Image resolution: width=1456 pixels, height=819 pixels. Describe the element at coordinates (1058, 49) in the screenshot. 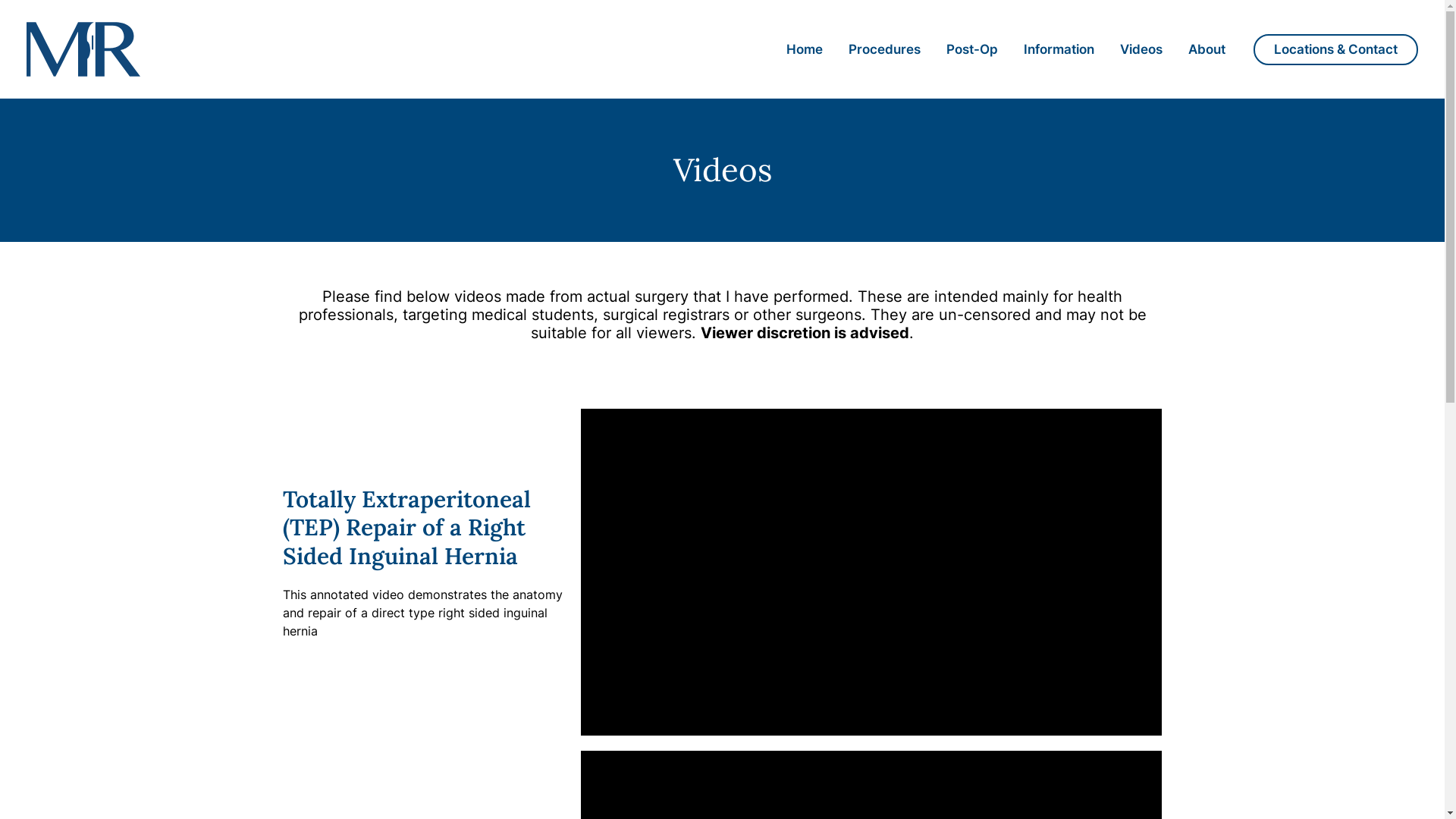

I see `'Information'` at that location.